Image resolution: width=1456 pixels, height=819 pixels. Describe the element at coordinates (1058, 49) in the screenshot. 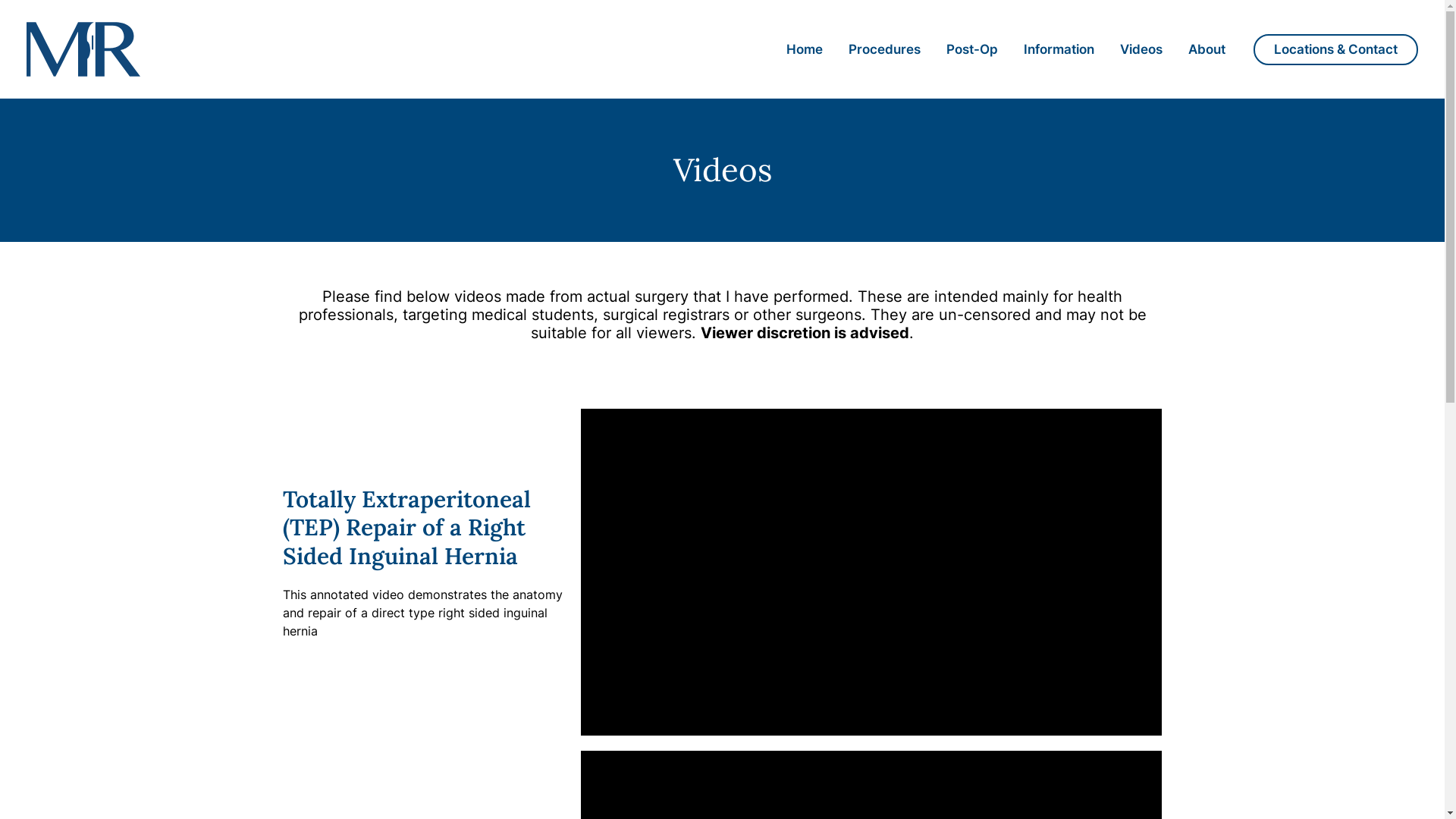

I see `'Information'` at that location.